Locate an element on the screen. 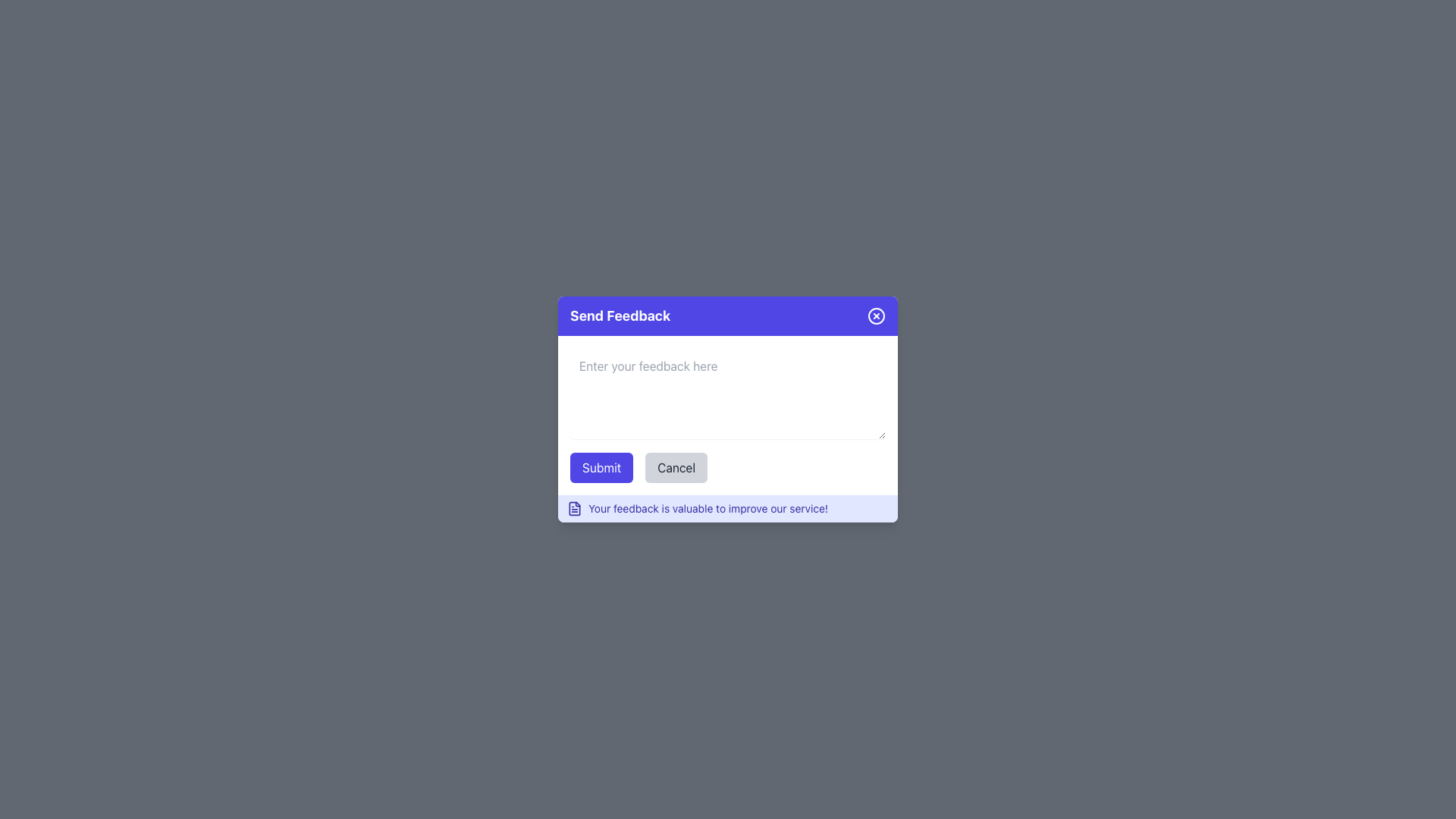  the 'Cancel' button located at the bottom-right of the feedback form modal, which is positioned to the right of the 'Submit' button is located at coordinates (676, 467).